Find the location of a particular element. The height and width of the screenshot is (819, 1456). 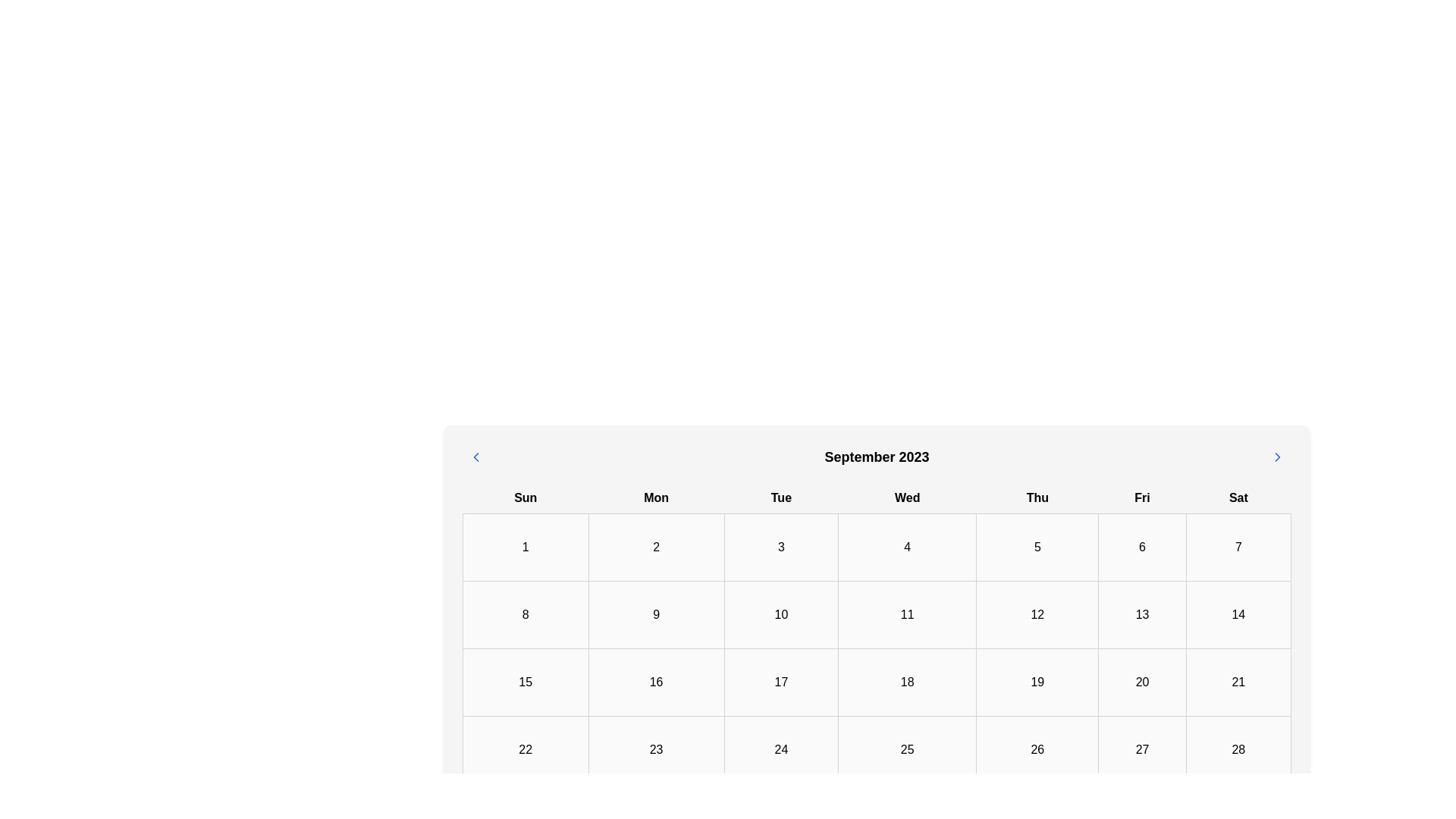

on the clickable cell displaying the number '15' in the calendar grid, located under the 'Sun' column is located at coordinates (525, 681).